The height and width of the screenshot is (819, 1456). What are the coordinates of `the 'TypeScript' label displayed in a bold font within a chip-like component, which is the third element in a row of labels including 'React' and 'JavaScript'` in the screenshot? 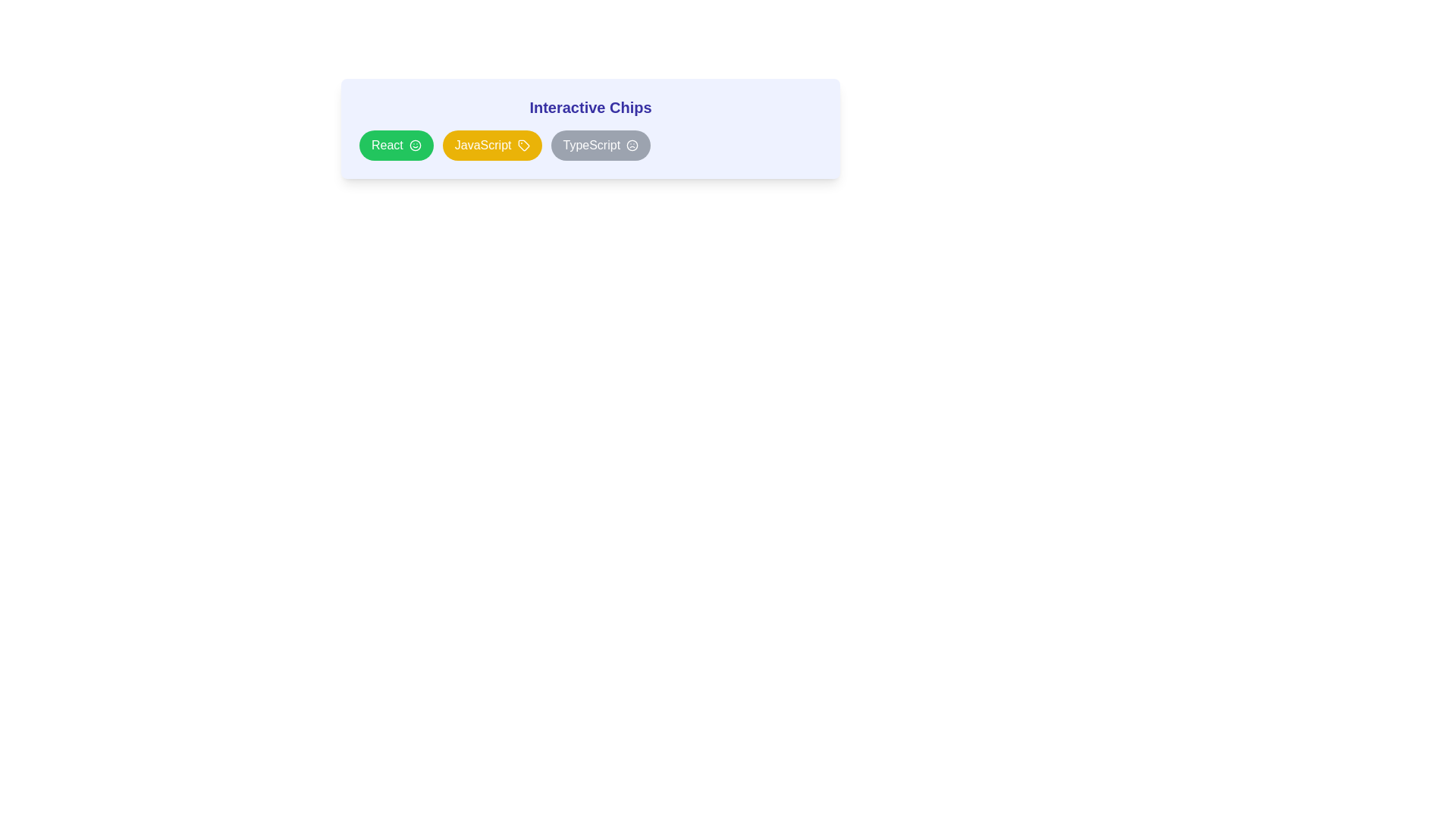 It's located at (591, 146).